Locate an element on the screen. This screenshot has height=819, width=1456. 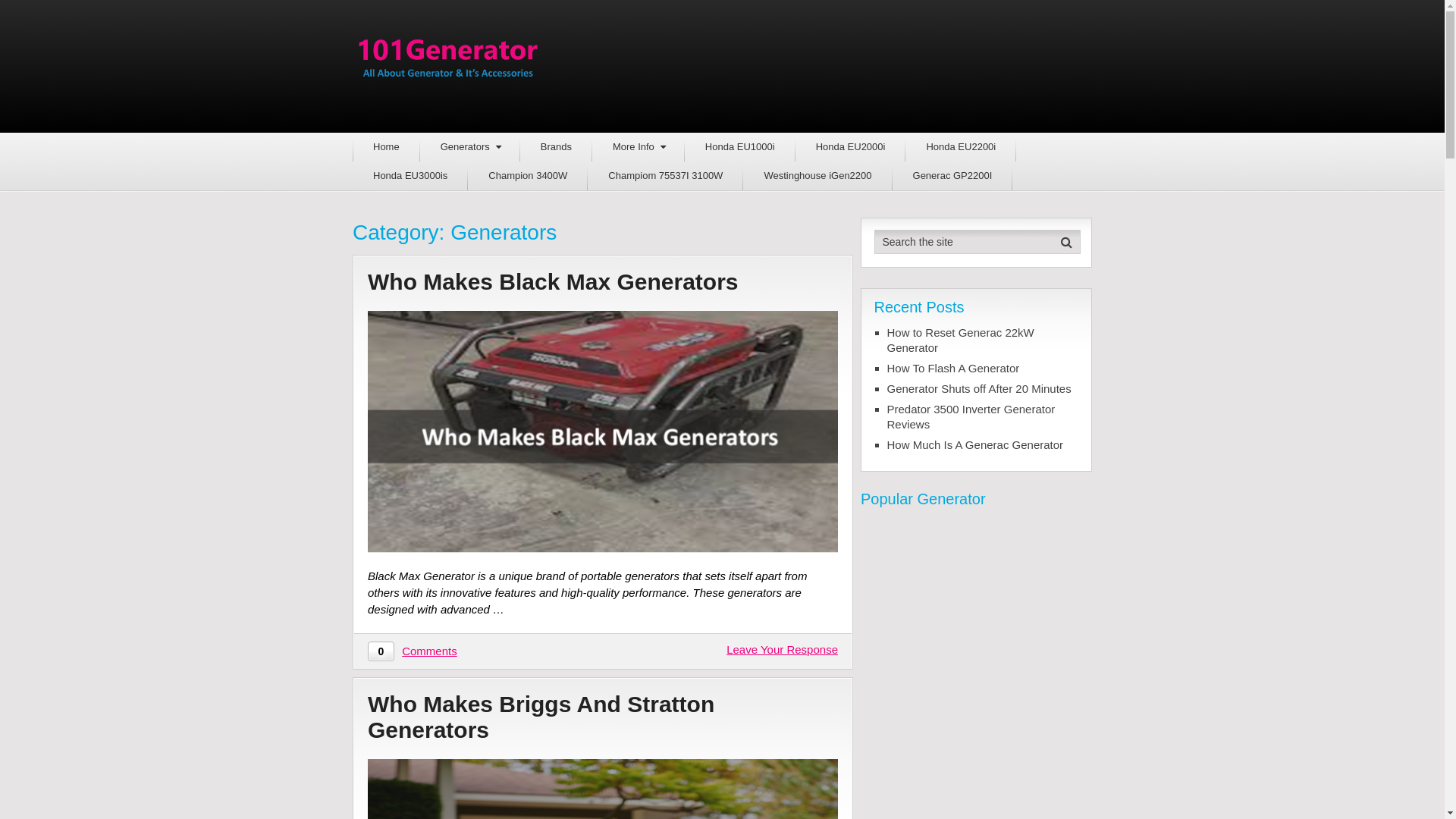
'How To Flash A Generator' is located at coordinates (983, 369).